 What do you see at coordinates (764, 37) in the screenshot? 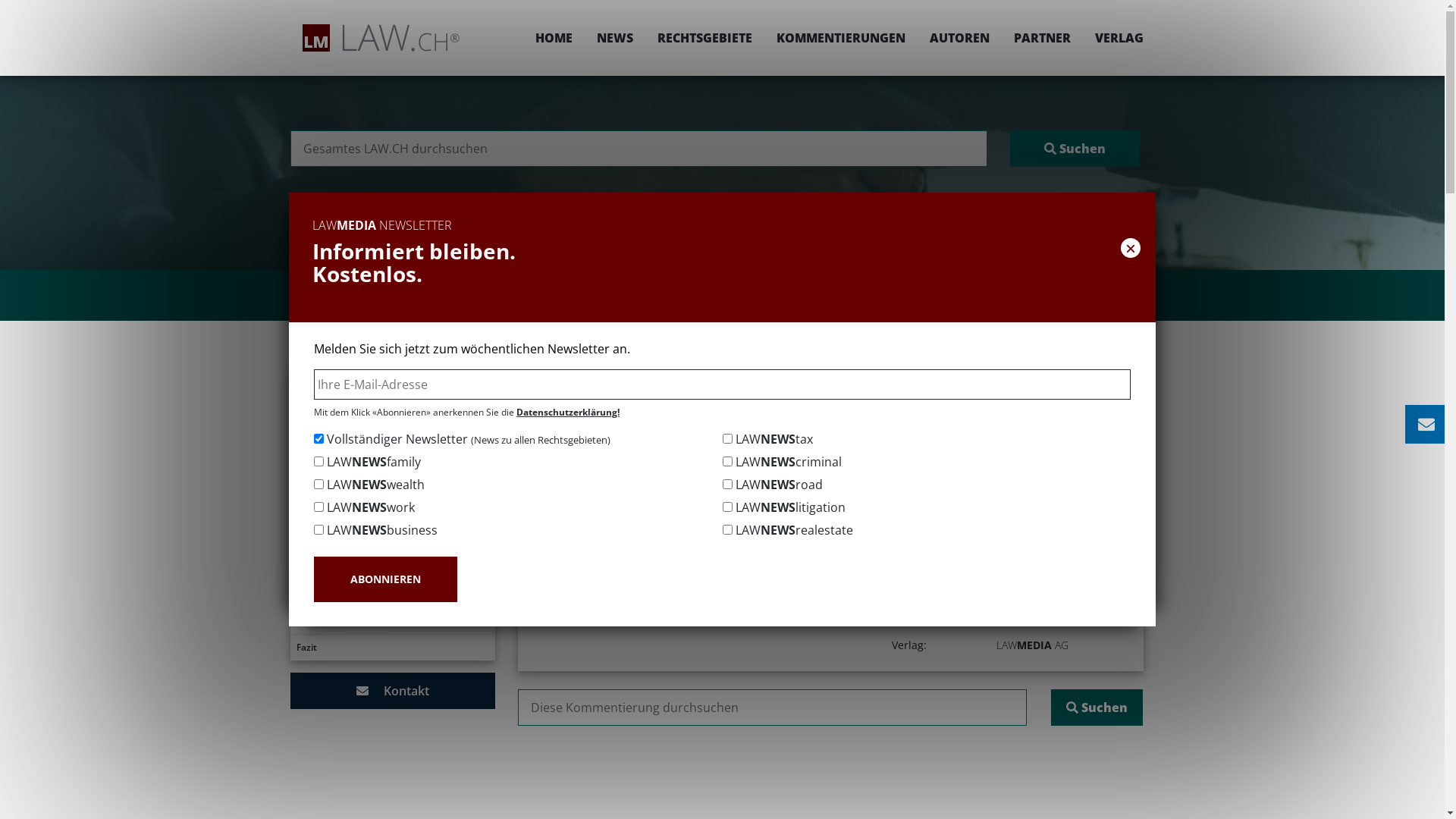
I see `'KOMMENTIERUNGEN'` at bounding box center [764, 37].